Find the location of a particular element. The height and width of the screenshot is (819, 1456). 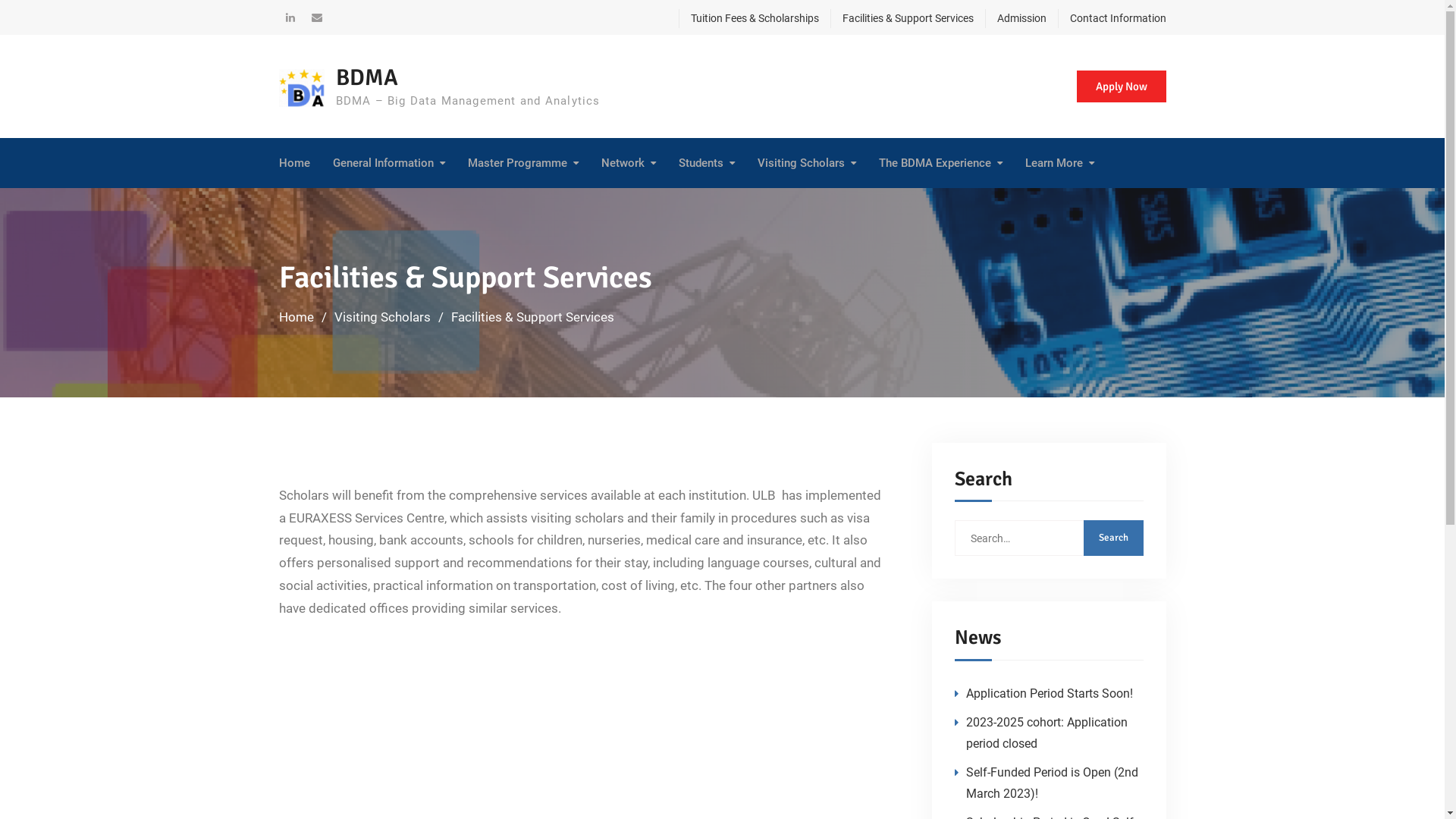

'BDMA' is located at coordinates (366, 77).